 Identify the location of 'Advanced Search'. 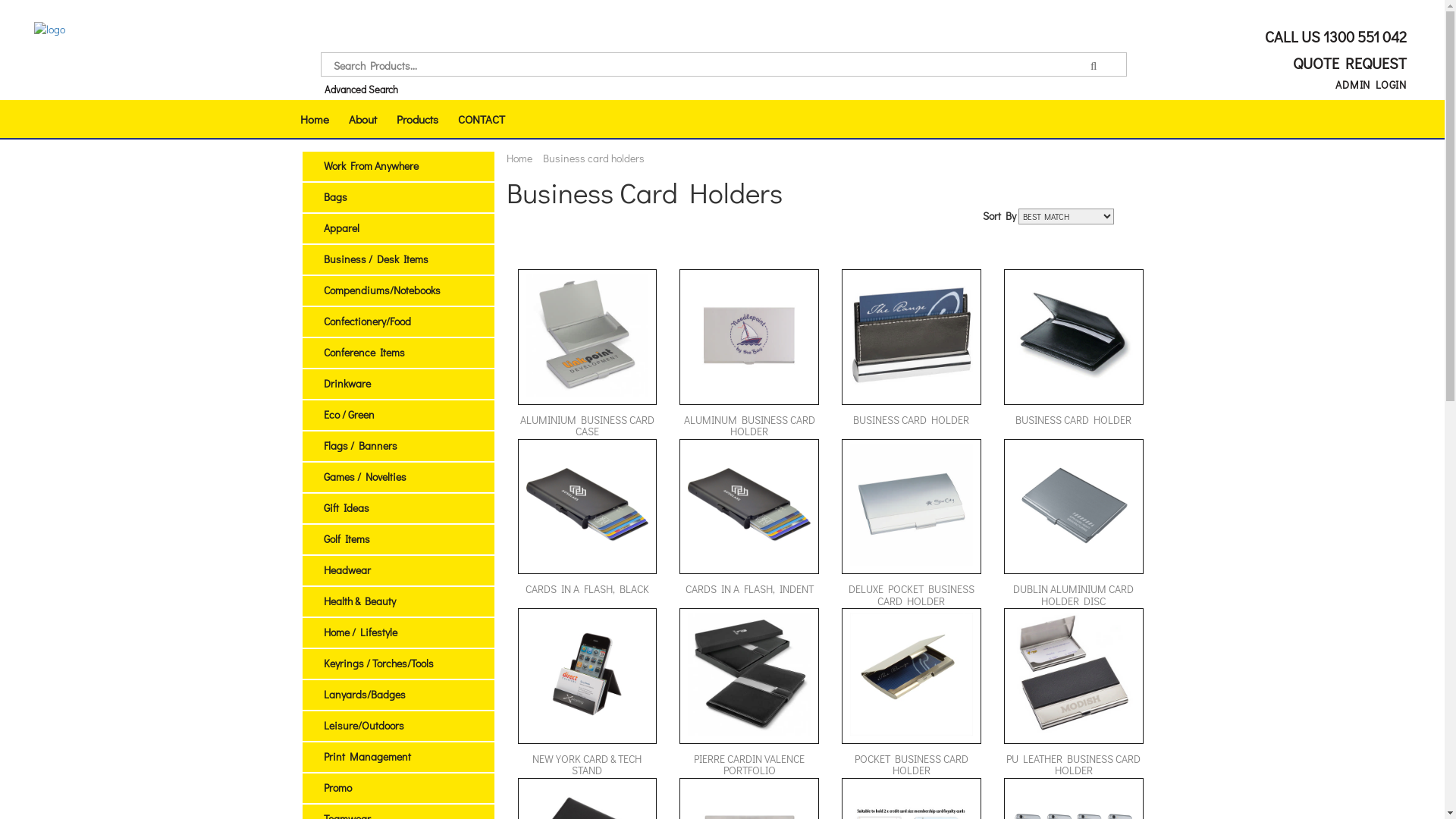
(323, 89).